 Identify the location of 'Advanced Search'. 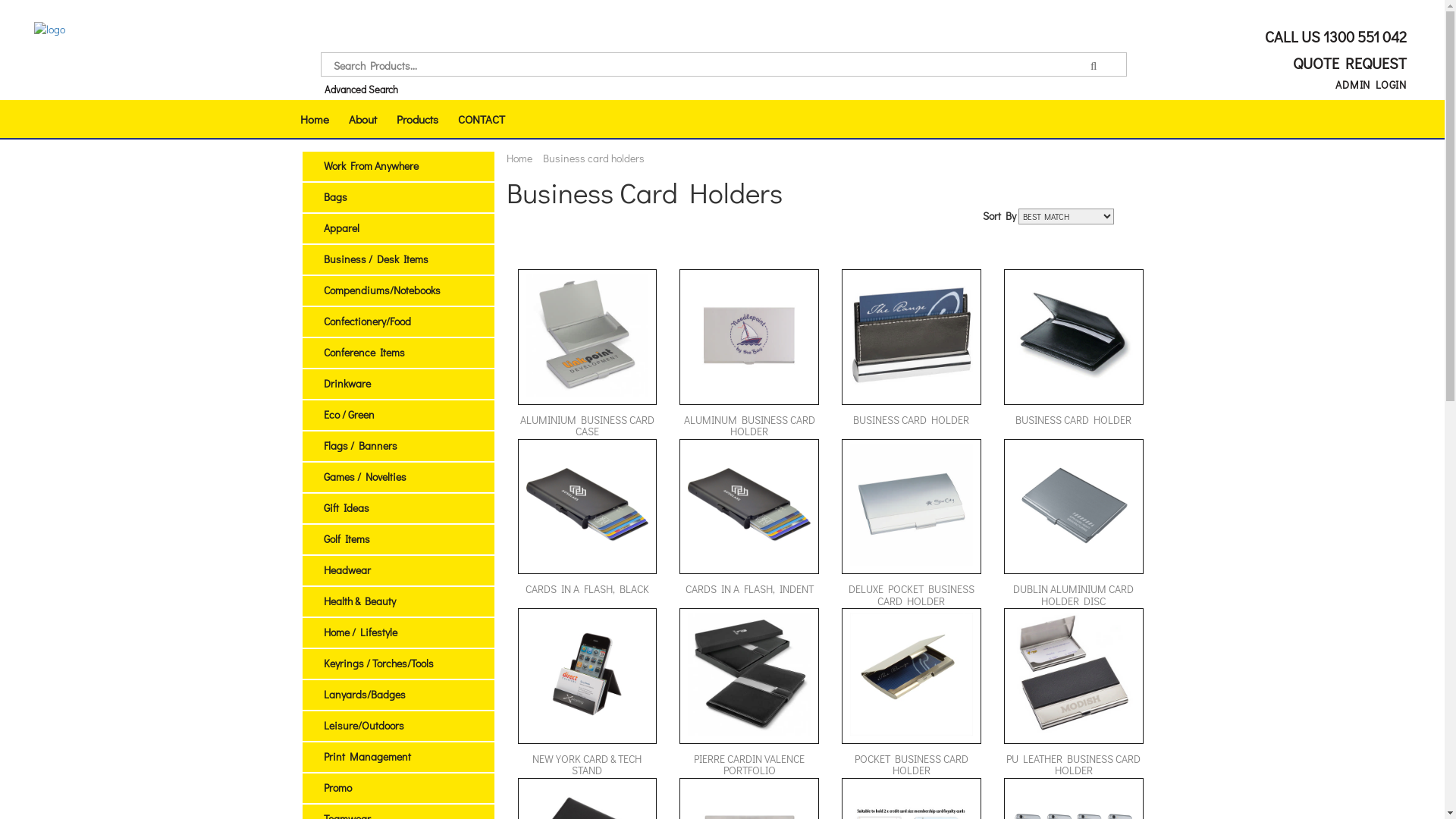
(323, 89).